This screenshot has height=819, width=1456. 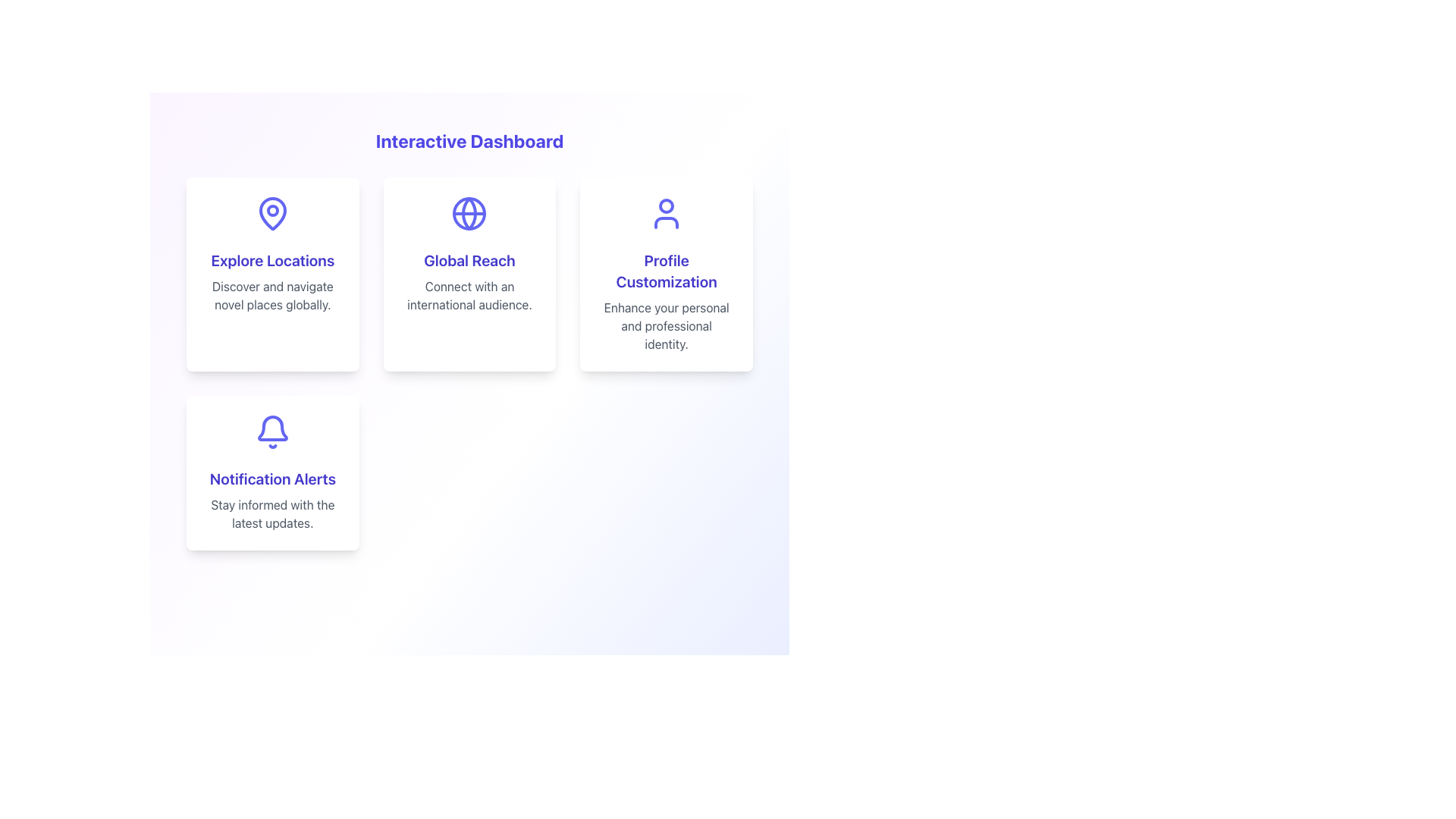 What do you see at coordinates (667, 206) in the screenshot?
I see `the circular SVG element that is part of the user profile icon, located at the top of the icon, which is on the right side of the 'Profile Customization' row` at bounding box center [667, 206].